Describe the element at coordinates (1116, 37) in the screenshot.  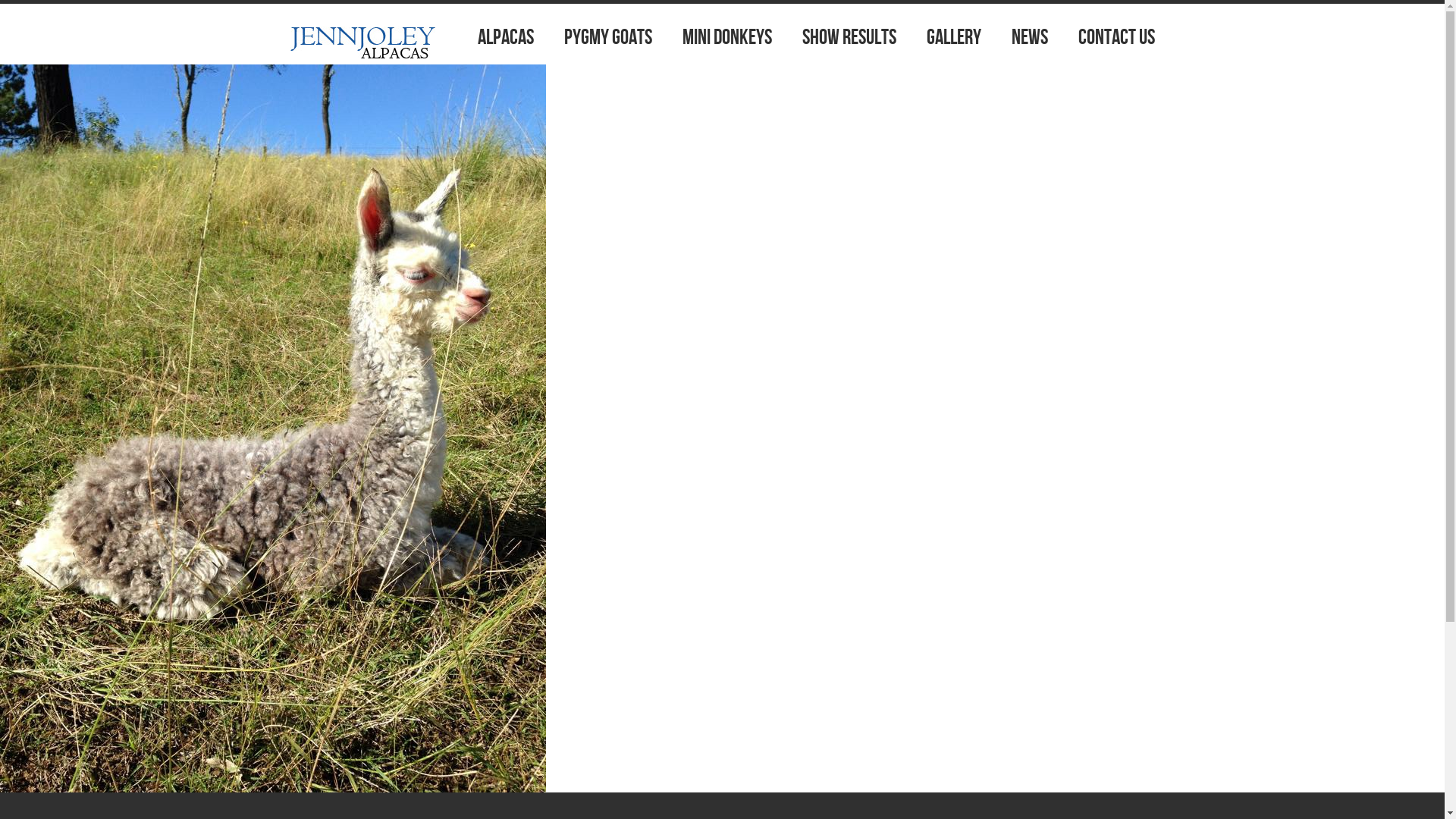
I see `'CONTACT US'` at that location.